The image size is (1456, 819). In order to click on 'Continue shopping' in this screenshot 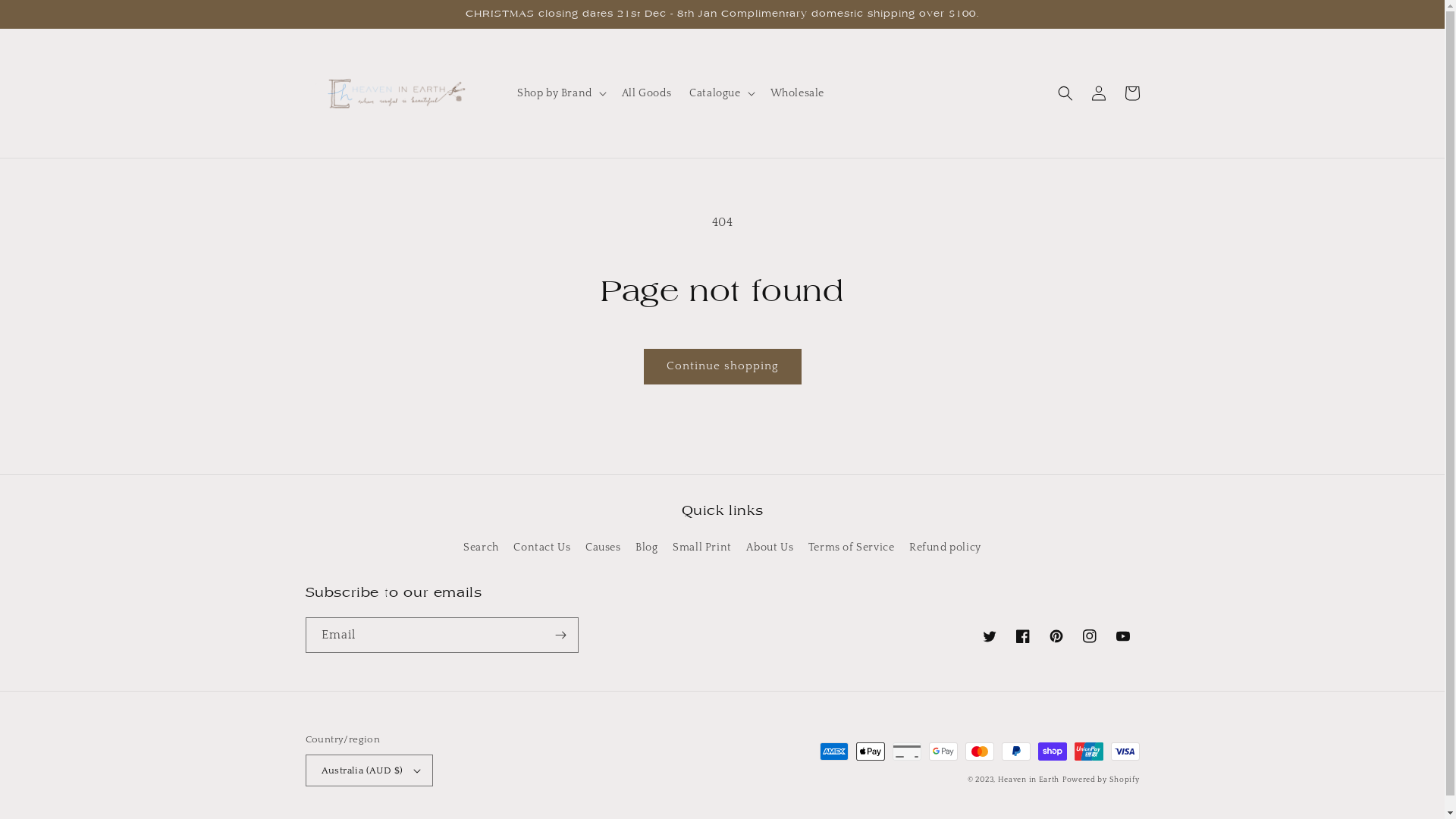, I will do `click(643, 366)`.